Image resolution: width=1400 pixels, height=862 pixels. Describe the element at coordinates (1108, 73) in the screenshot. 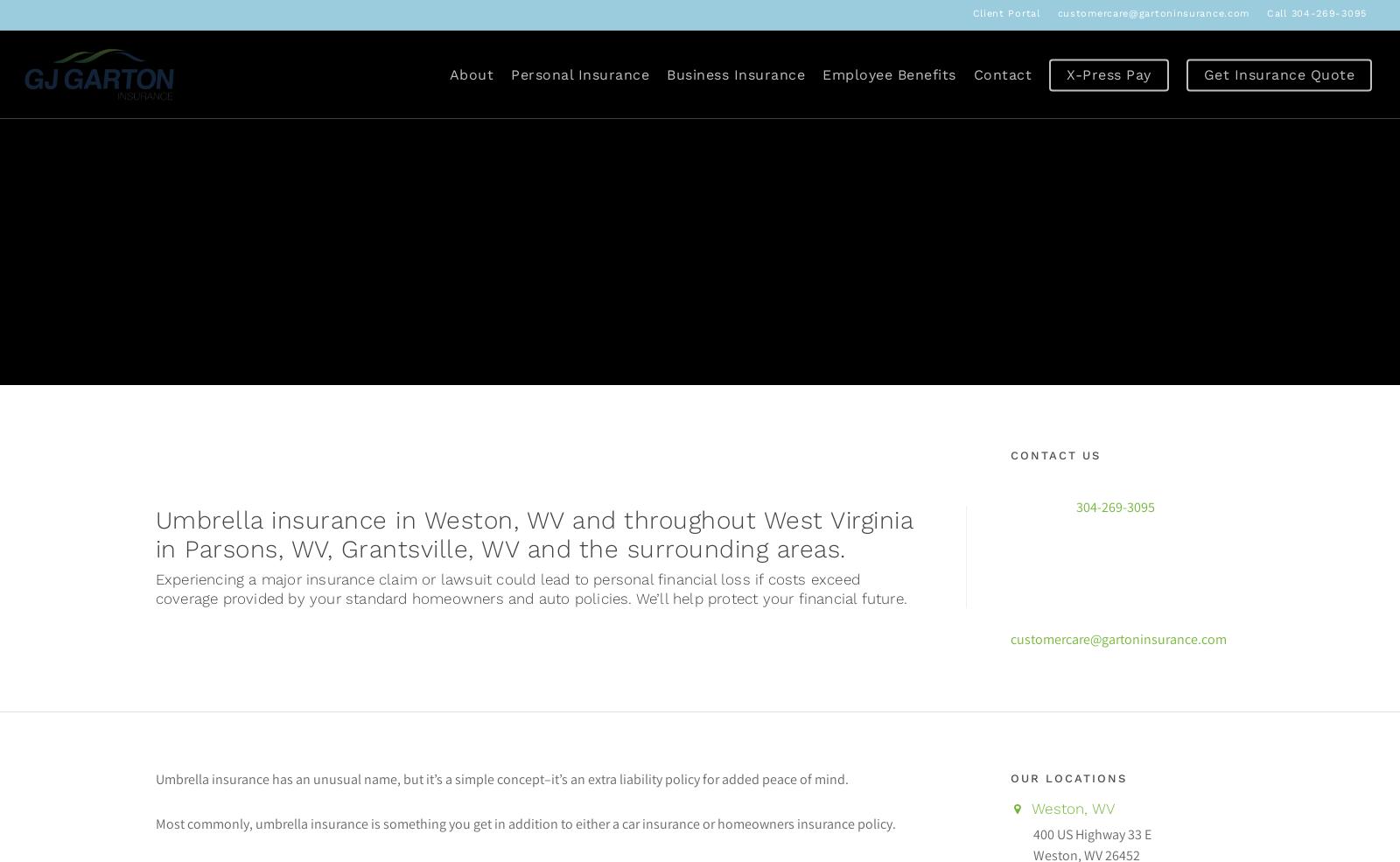

I see `'X-Press Pay'` at that location.